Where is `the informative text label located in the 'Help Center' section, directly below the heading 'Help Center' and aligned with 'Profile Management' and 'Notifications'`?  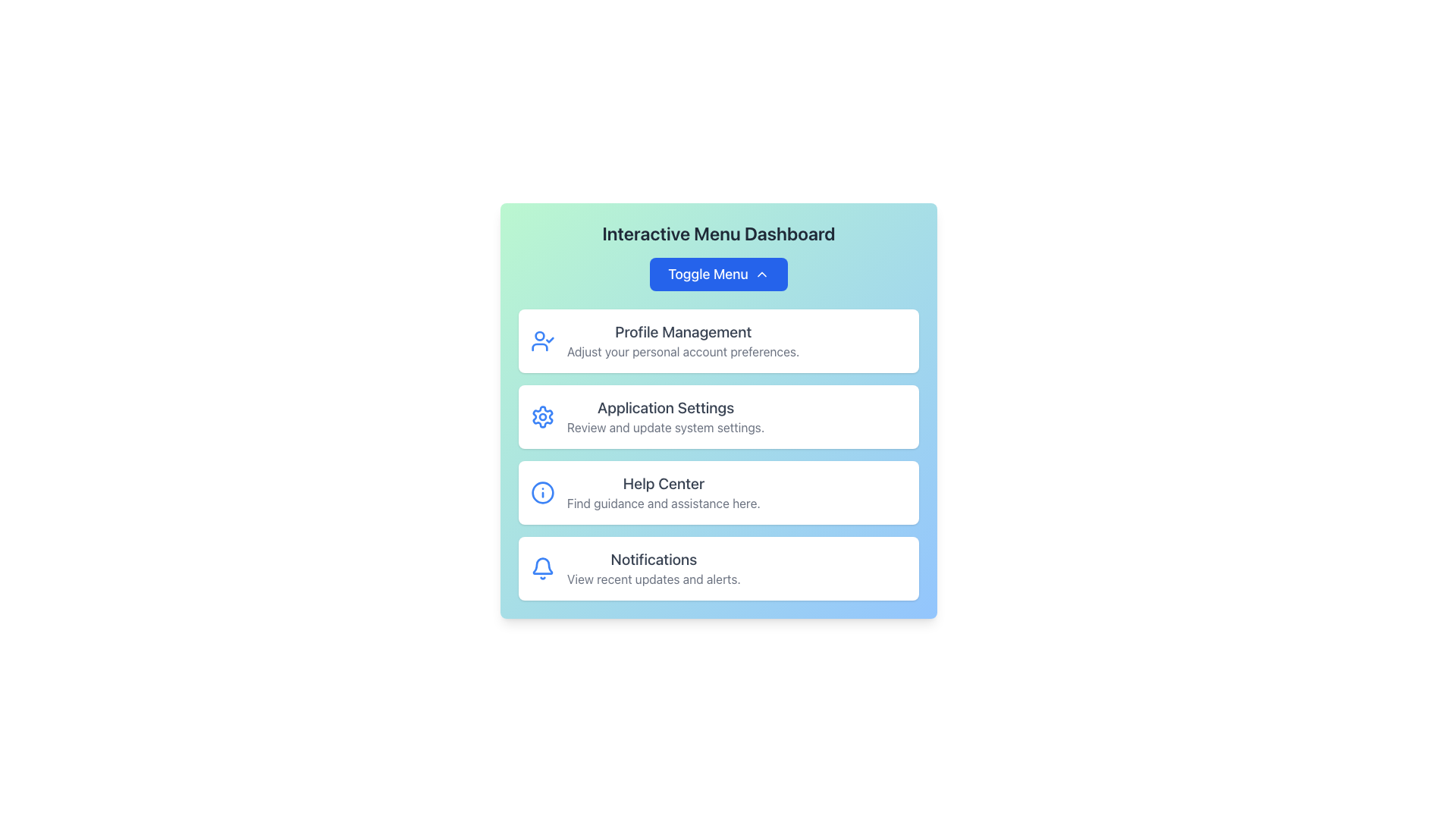
the informative text label located in the 'Help Center' section, directly below the heading 'Help Center' and aligned with 'Profile Management' and 'Notifications' is located at coordinates (664, 503).